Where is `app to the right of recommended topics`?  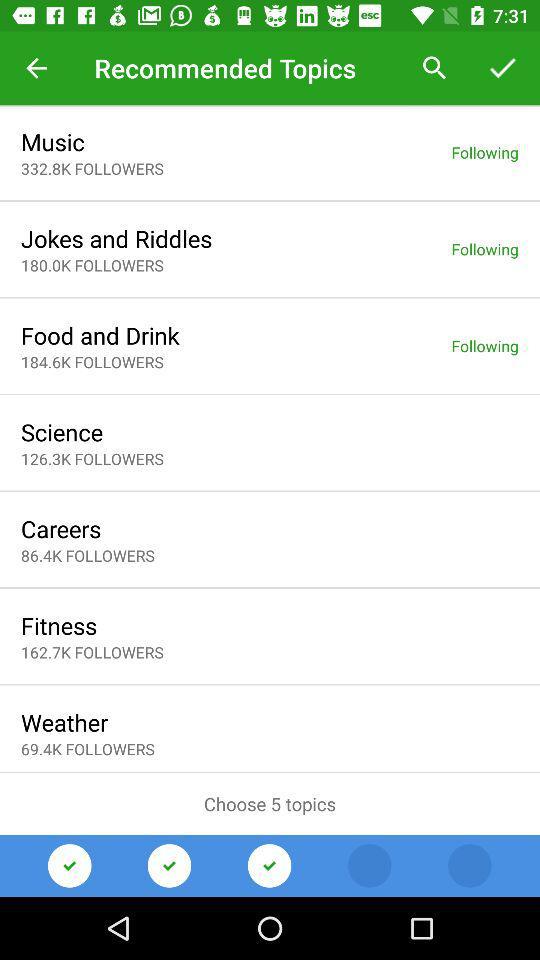 app to the right of recommended topics is located at coordinates (434, 68).